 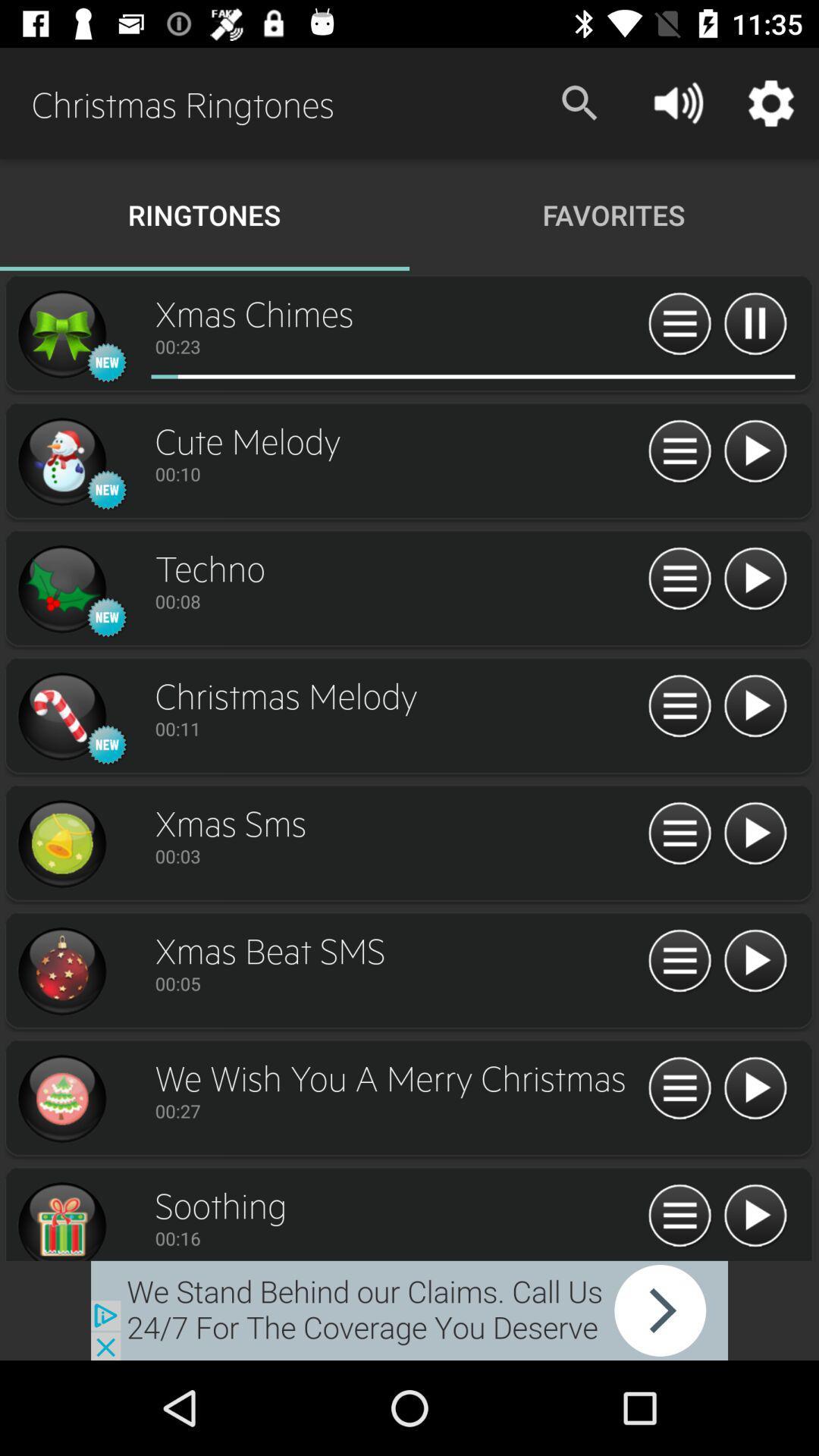 I want to click on displays a list of options, so click(x=679, y=833).